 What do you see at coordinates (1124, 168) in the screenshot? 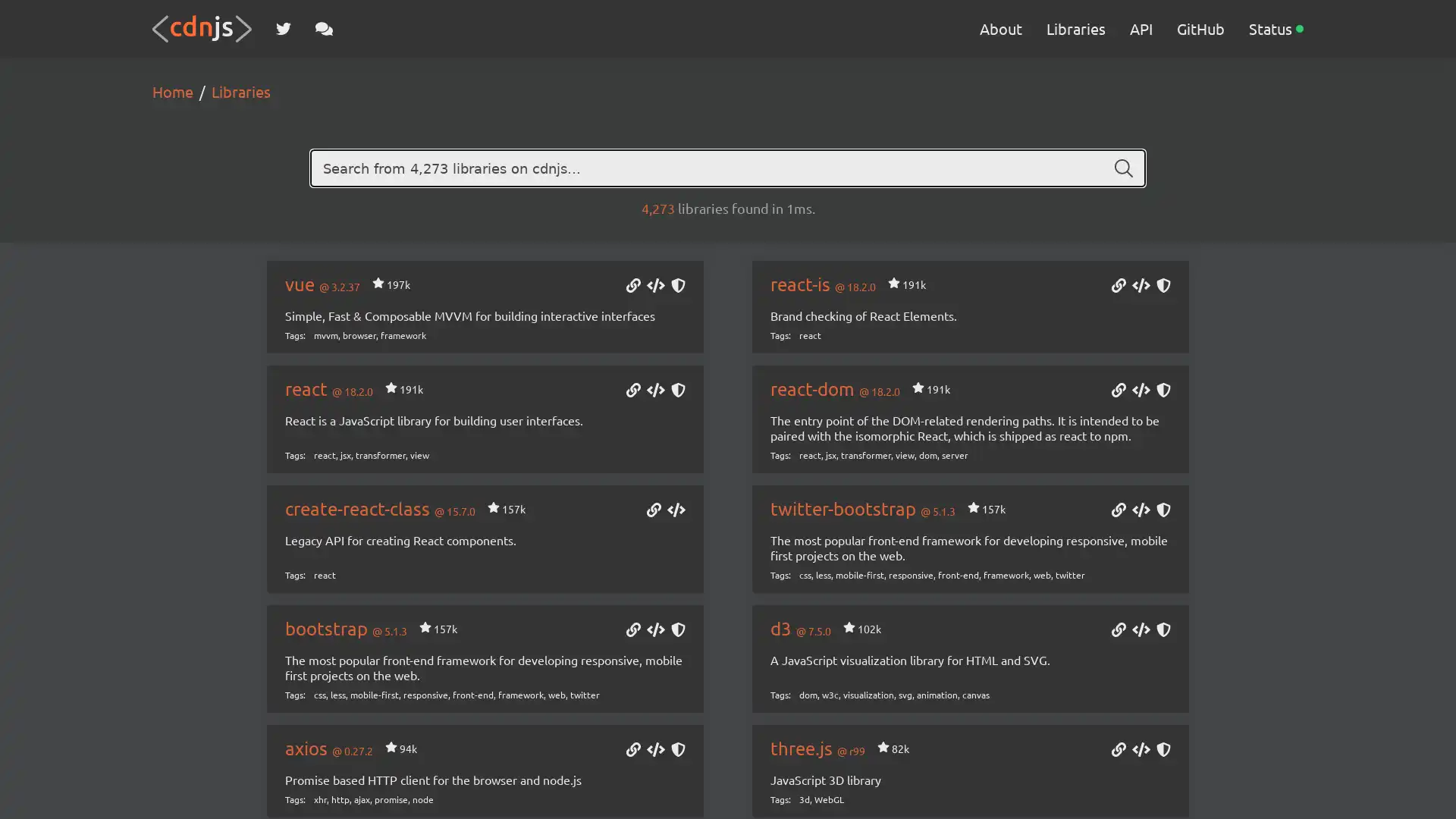
I see `Search` at bounding box center [1124, 168].